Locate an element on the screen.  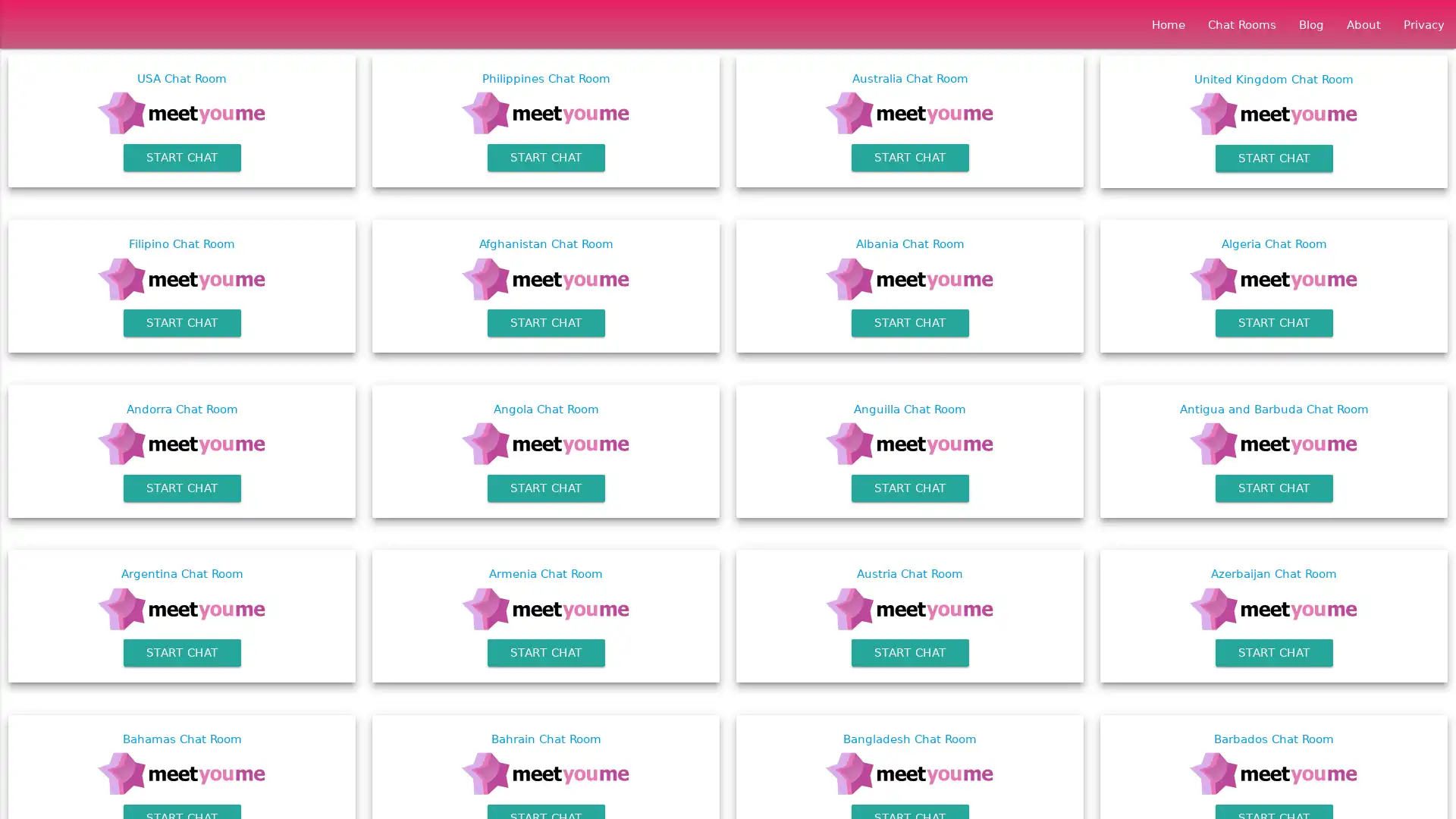
START CHAT is located at coordinates (1273, 322).